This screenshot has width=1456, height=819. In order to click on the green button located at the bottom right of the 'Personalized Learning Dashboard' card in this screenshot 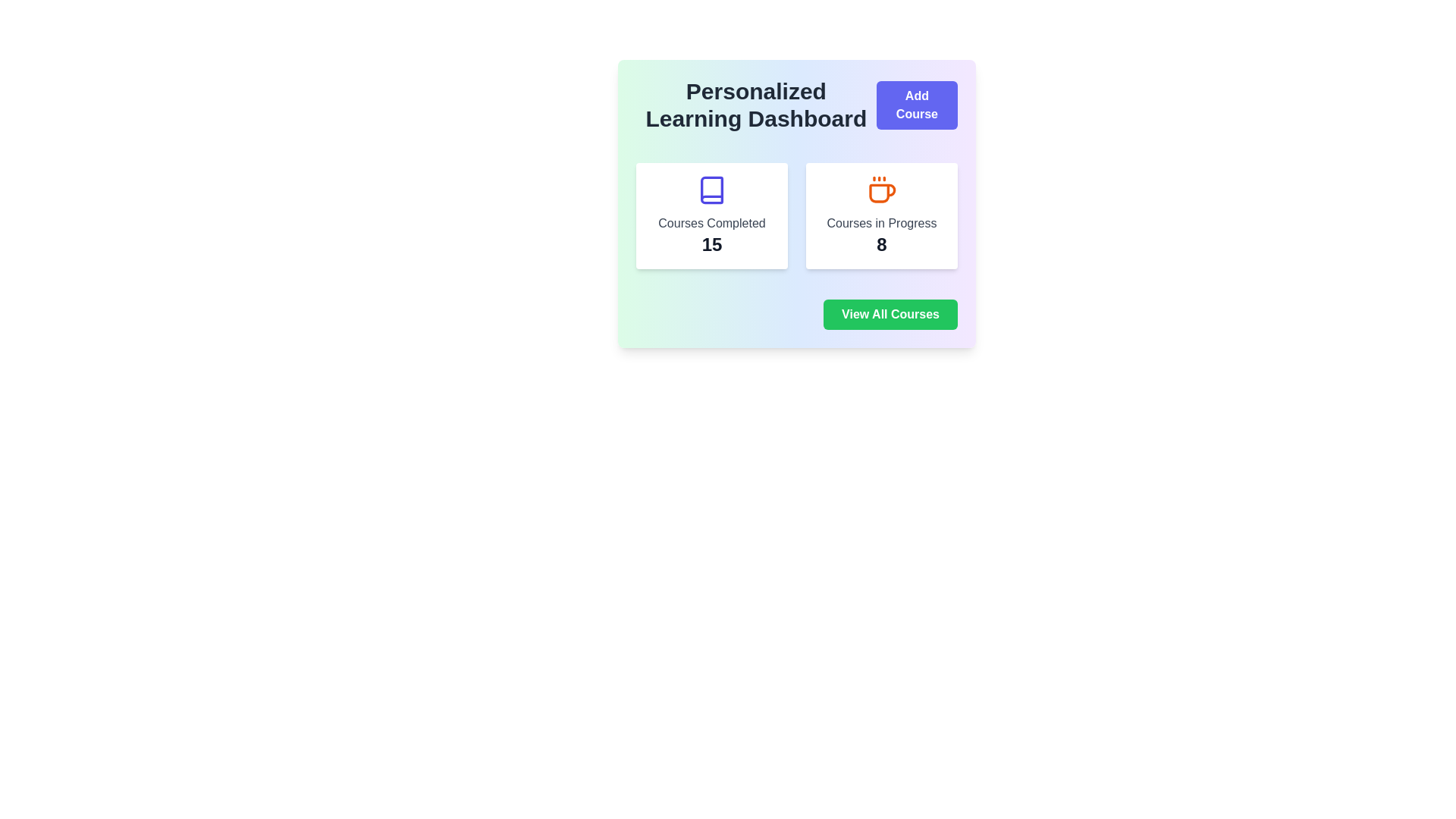, I will do `click(890, 314)`.